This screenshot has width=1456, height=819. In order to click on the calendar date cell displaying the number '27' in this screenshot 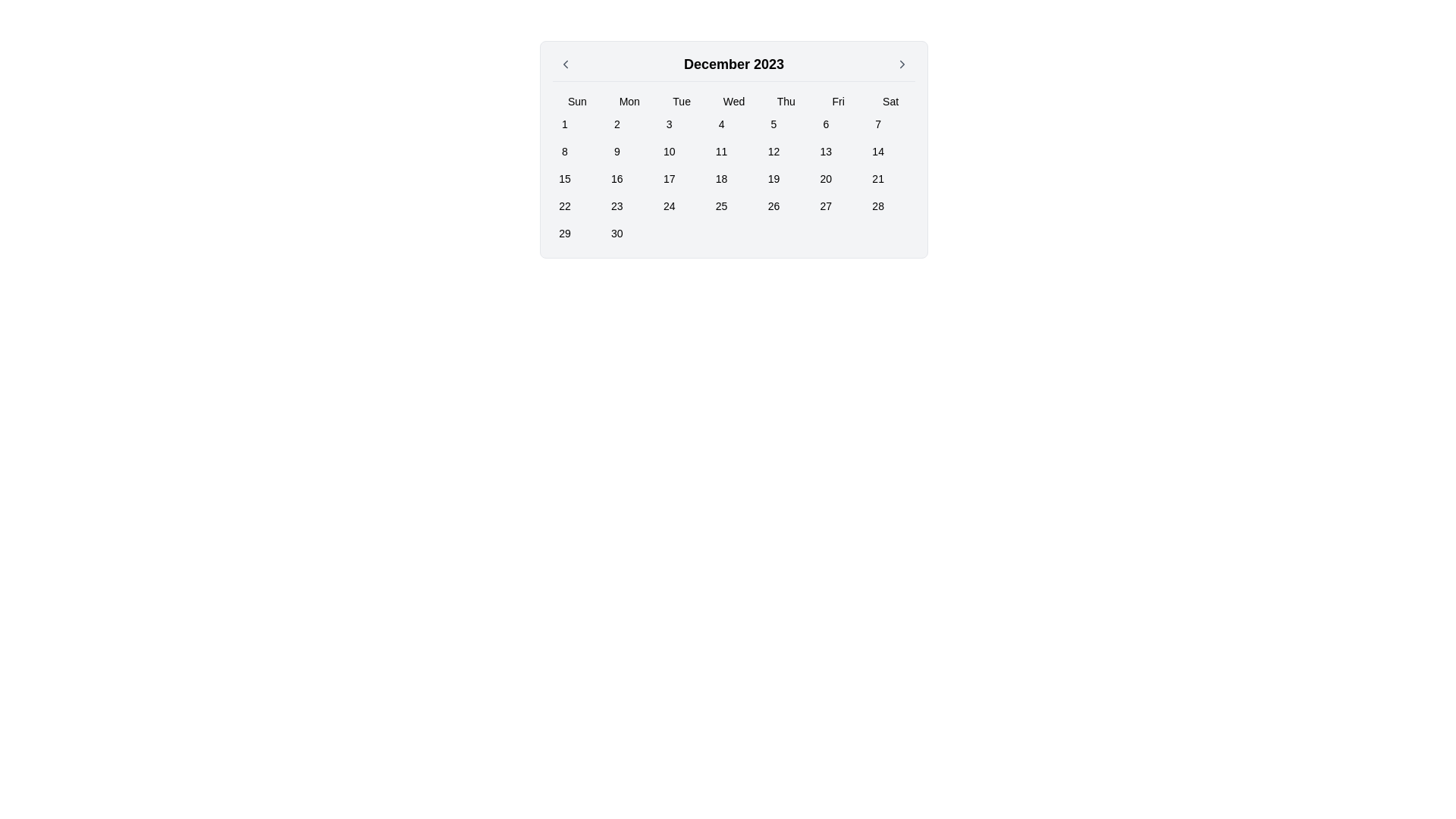, I will do `click(825, 206)`.